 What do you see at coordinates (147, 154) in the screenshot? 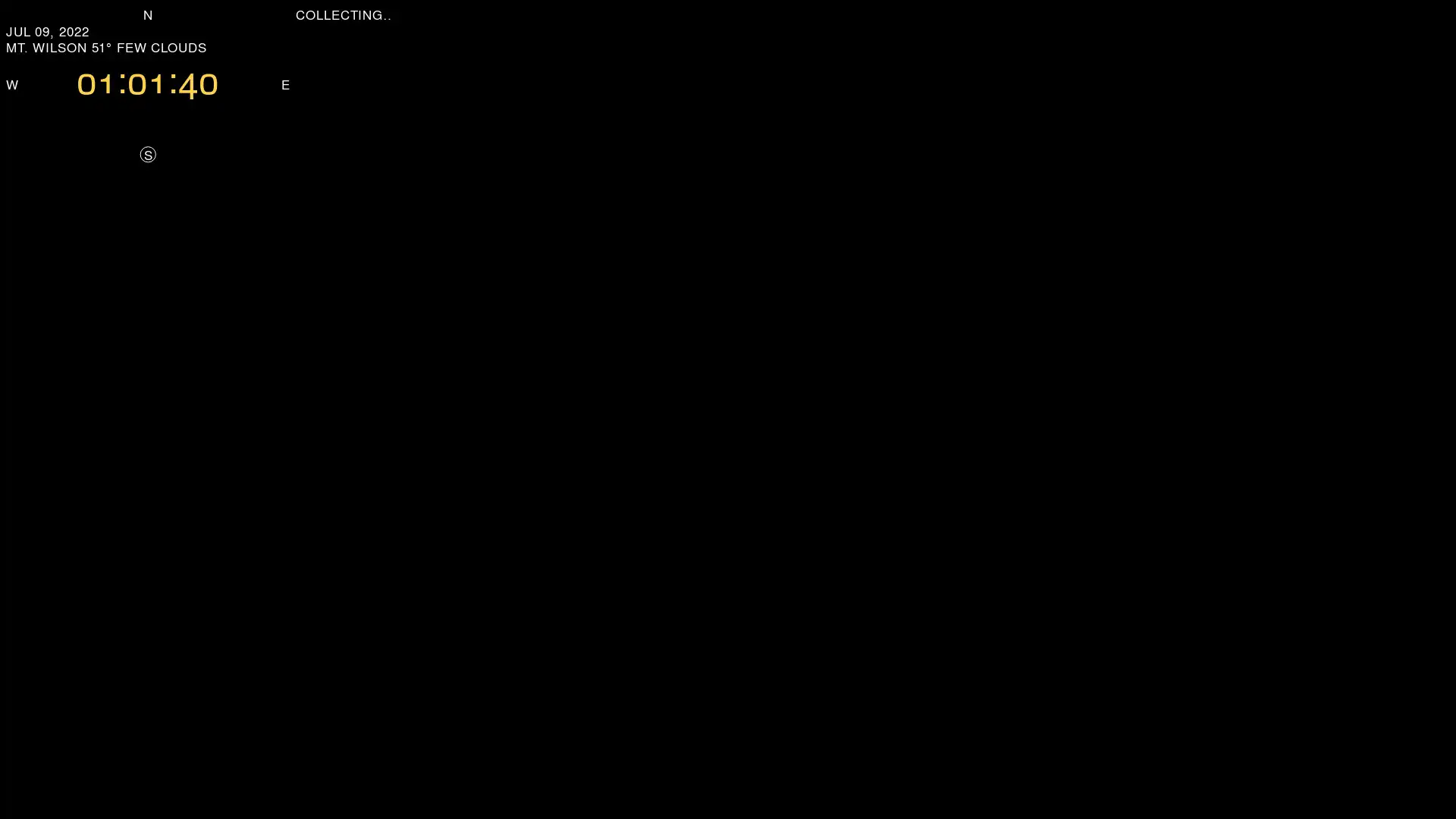
I see `S` at bounding box center [147, 154].